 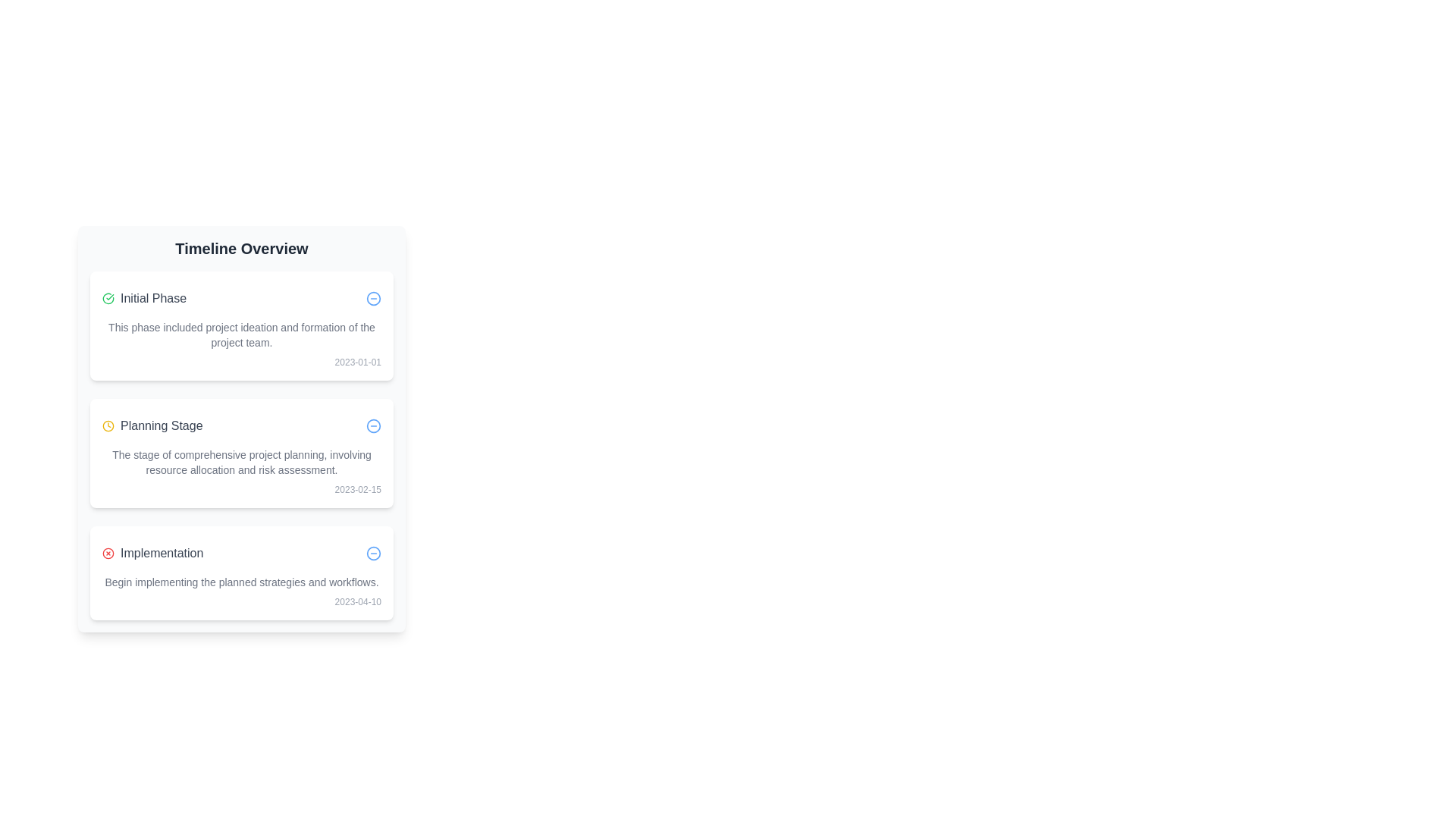 What do you see at coordinates (240, 334) in the screenshot?
I see `the text description that provides additional information about the project phase, which reads: 'This phase included project ideation and formation of the project team.'` at bounding box center [240, 334].